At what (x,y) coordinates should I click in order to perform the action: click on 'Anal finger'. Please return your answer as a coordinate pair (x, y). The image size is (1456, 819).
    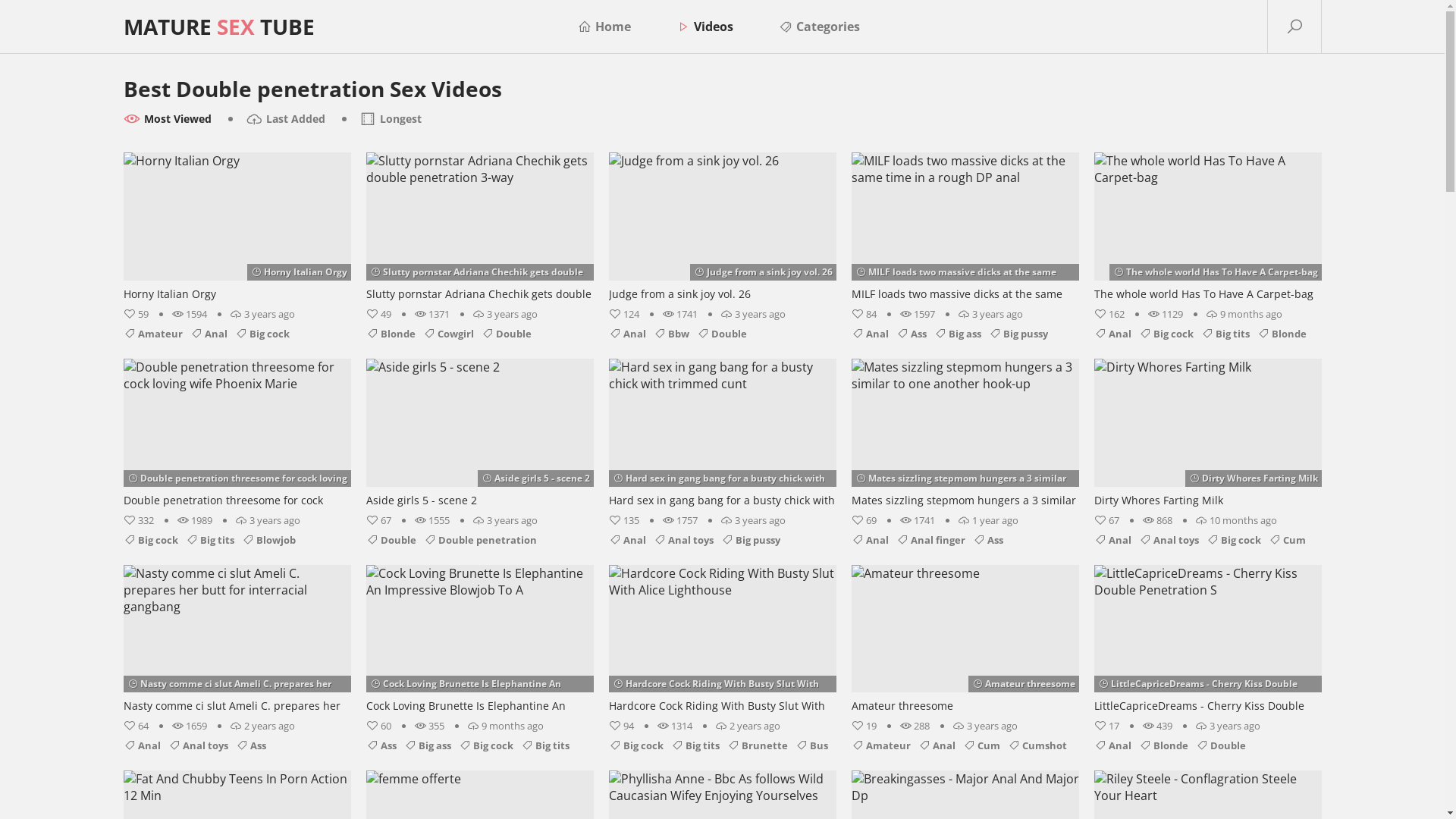
    Looking at the image, I should click on (896, 538).